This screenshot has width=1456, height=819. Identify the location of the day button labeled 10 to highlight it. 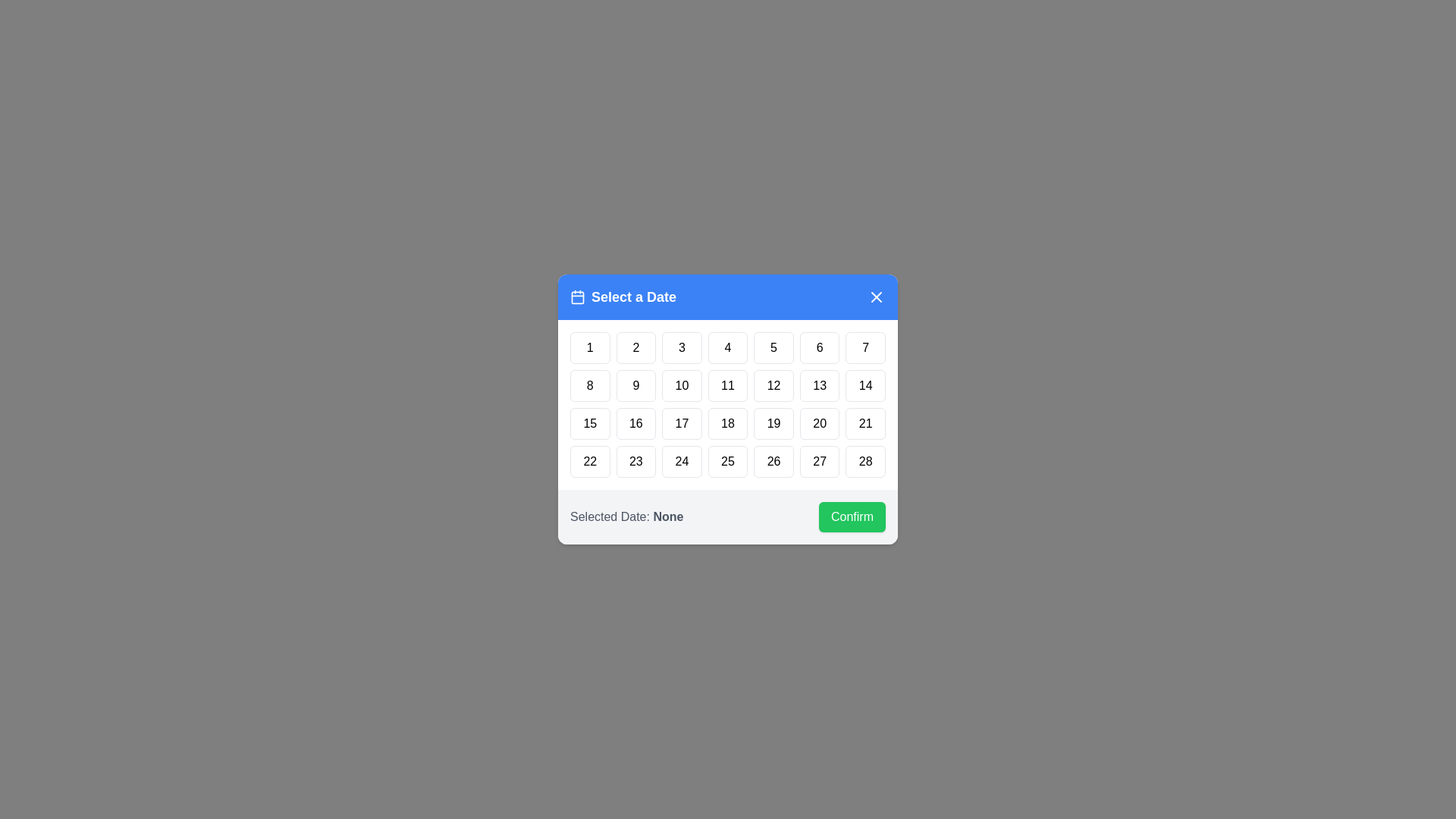
(680, 385).